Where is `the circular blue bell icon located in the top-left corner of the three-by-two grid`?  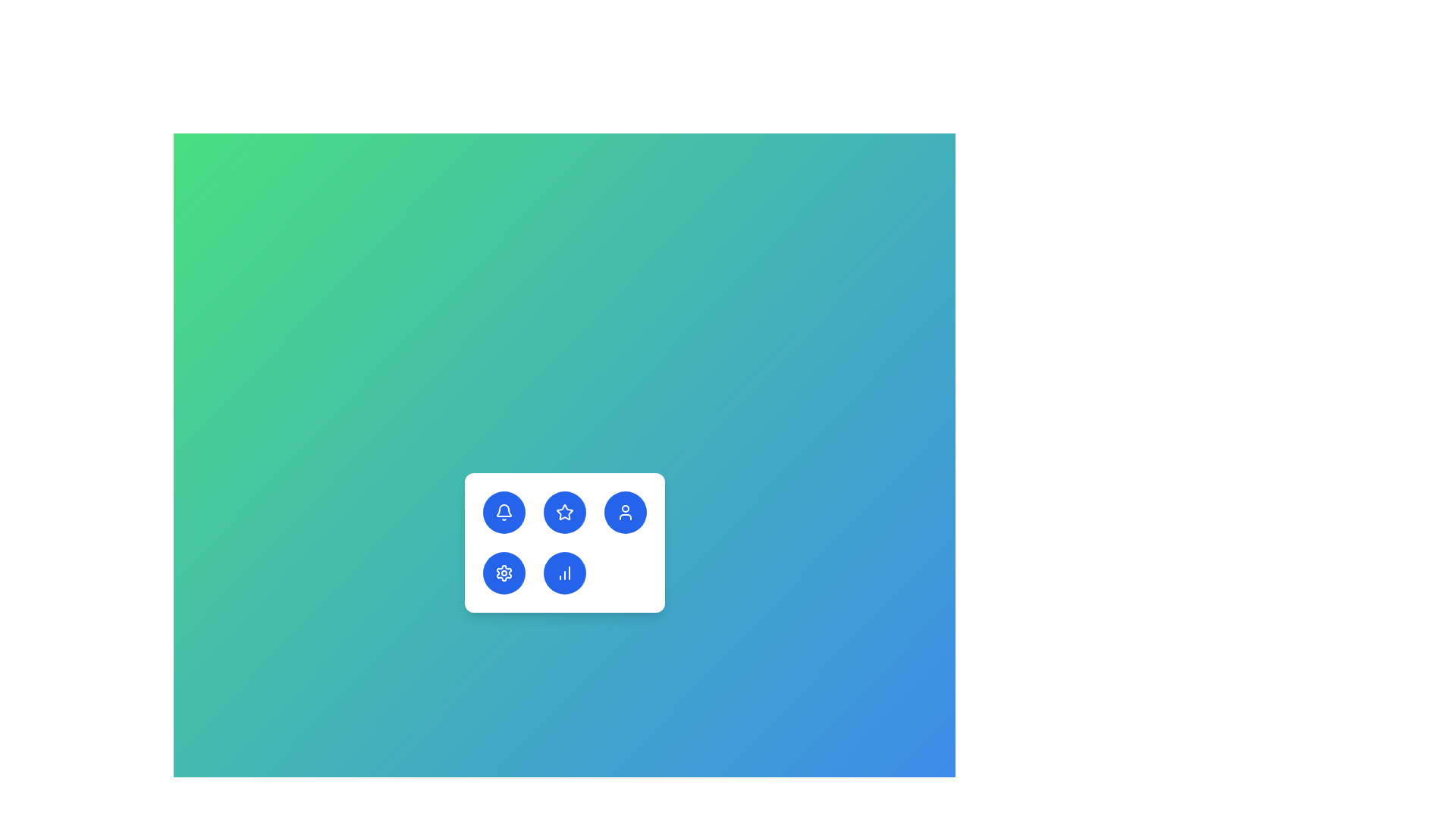 the circular blue bell icon located in the top-left corner of the three-by-two grid is located at coordinates (504, 512).